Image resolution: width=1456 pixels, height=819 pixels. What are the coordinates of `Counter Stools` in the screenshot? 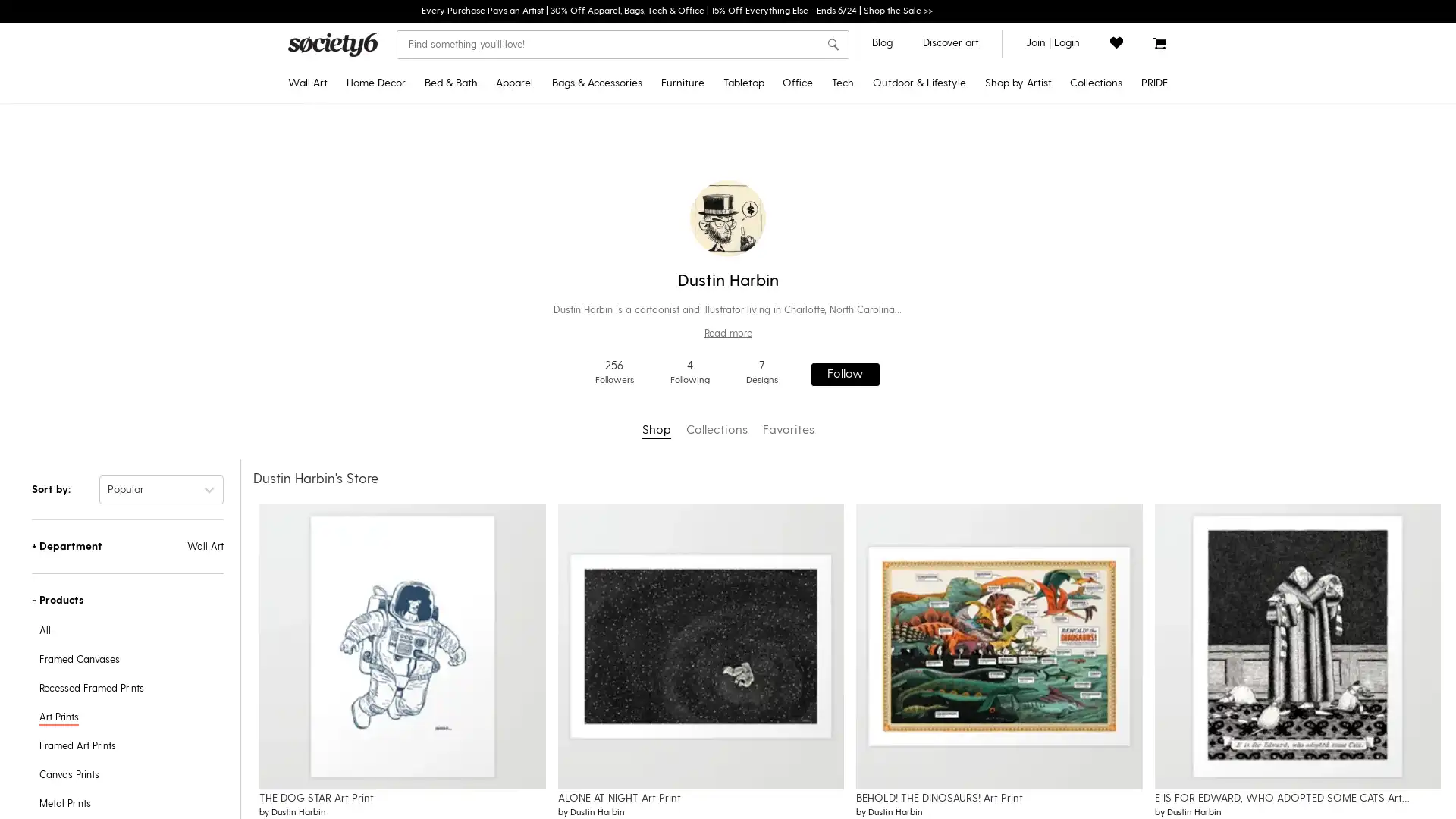 It's located at (708, 194).